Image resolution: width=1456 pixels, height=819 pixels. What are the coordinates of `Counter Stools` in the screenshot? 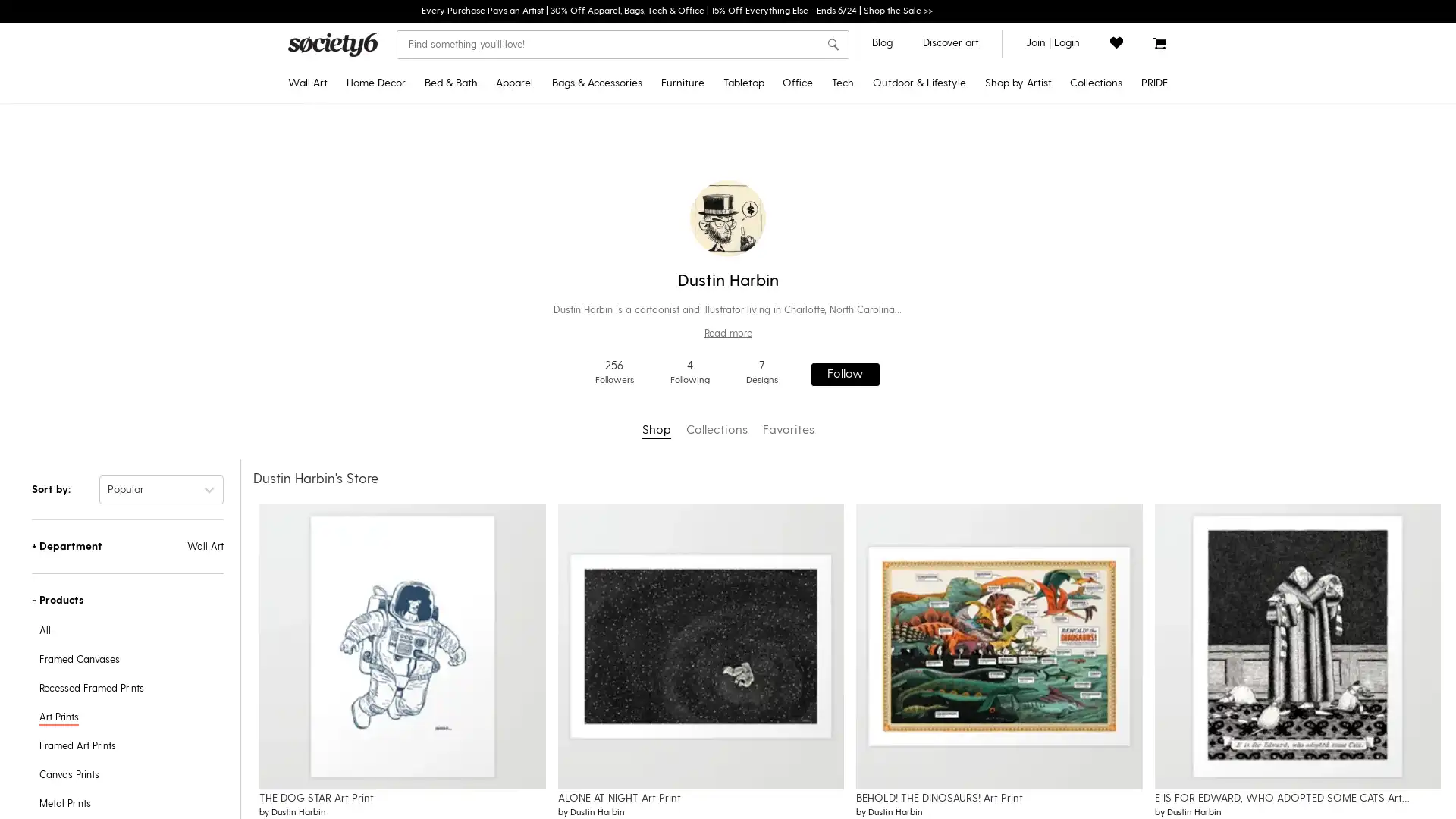 It's located at (708, 194).